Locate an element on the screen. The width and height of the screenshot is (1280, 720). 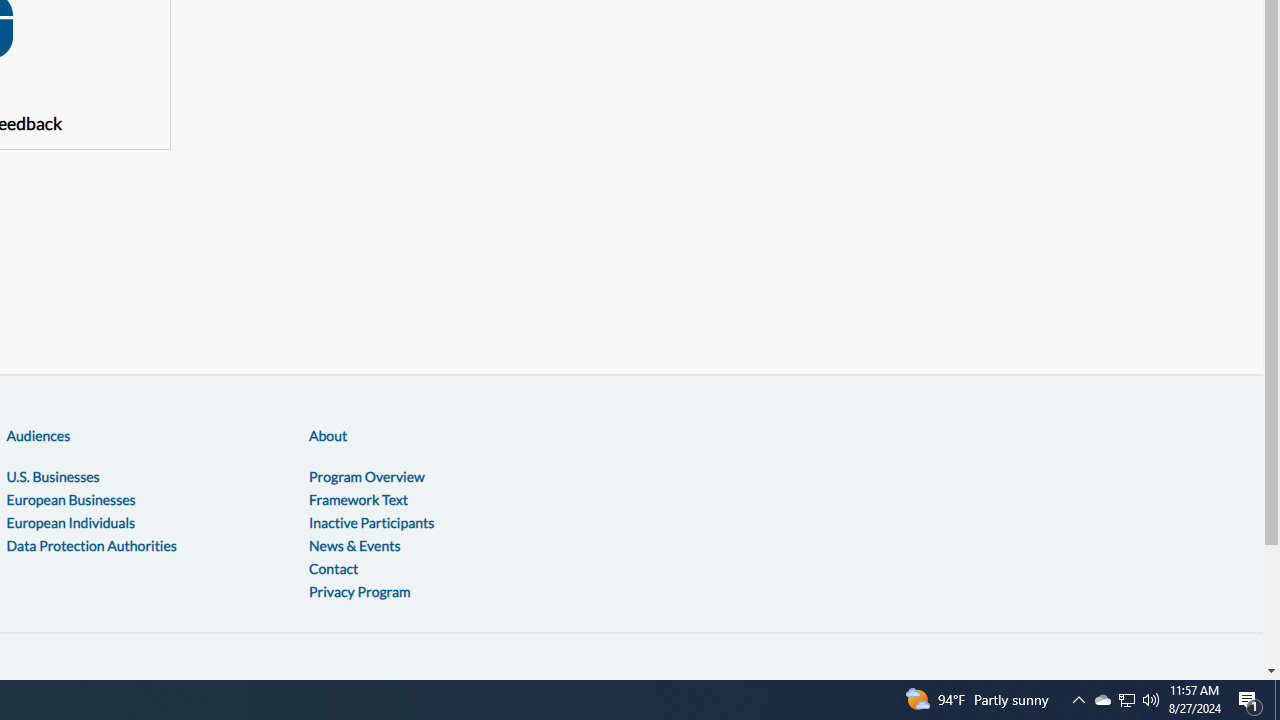
'Inactive Participants' is located at coordinates (371, 521).